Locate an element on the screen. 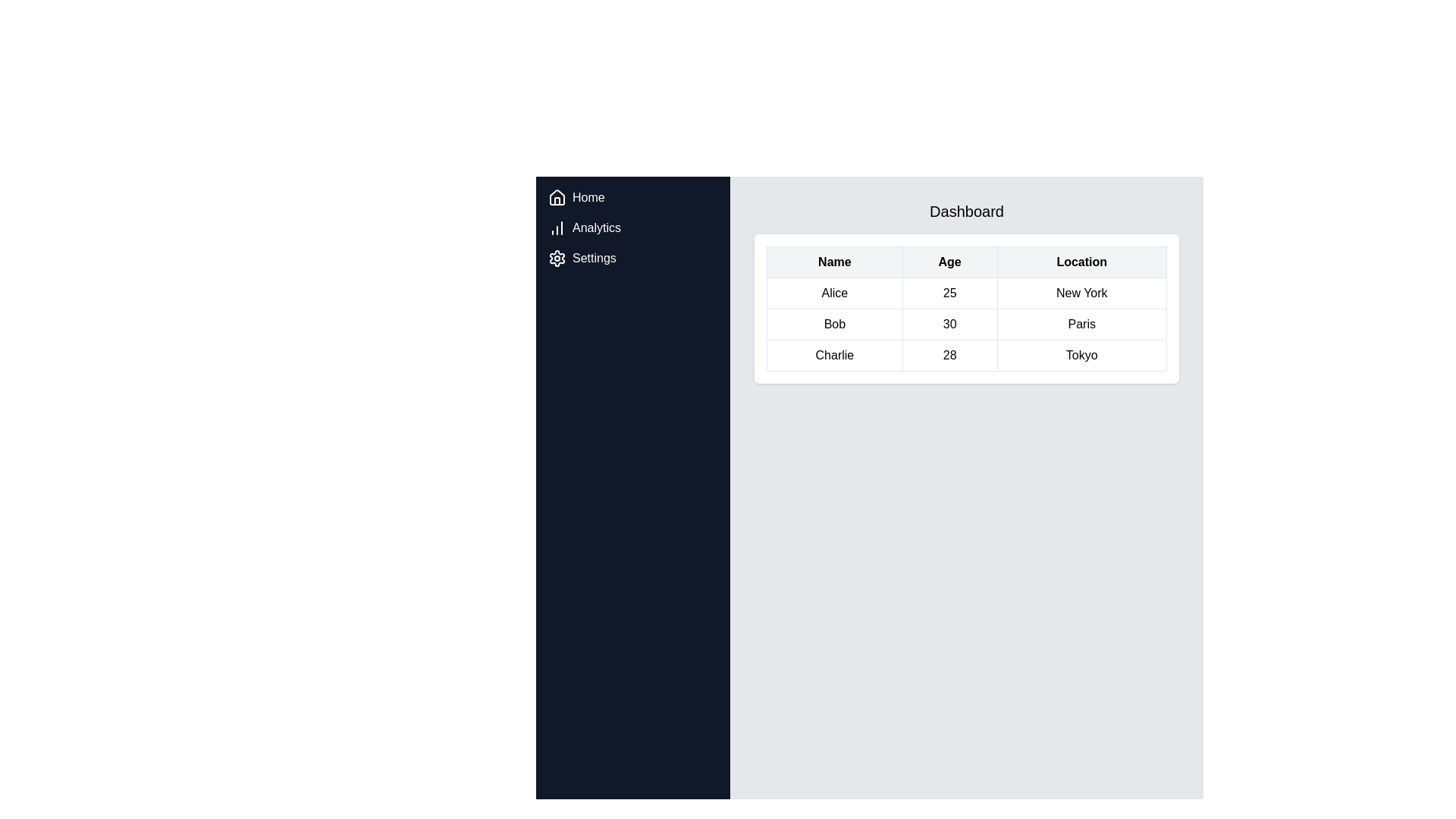 This screenshot has width=1456, height=819. label of the 'Age' column header cell, which is the second cell in the table header row, positioned between the 'Name' and 'Location' cells is located at coordinates (949, 262).